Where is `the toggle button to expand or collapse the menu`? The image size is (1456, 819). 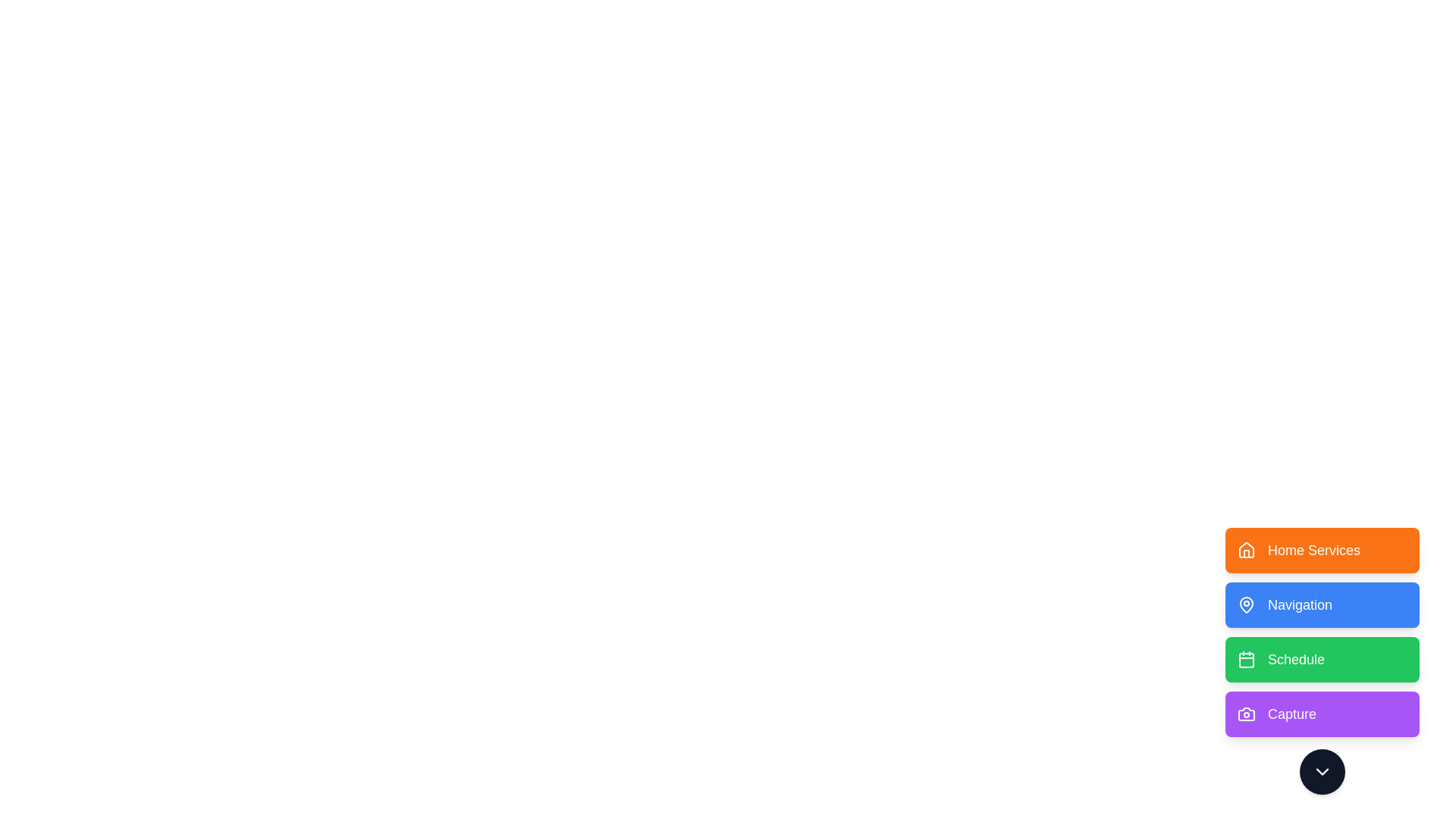
the toggle button to expand or collapse the menu is located at coordinates (1321, 772).